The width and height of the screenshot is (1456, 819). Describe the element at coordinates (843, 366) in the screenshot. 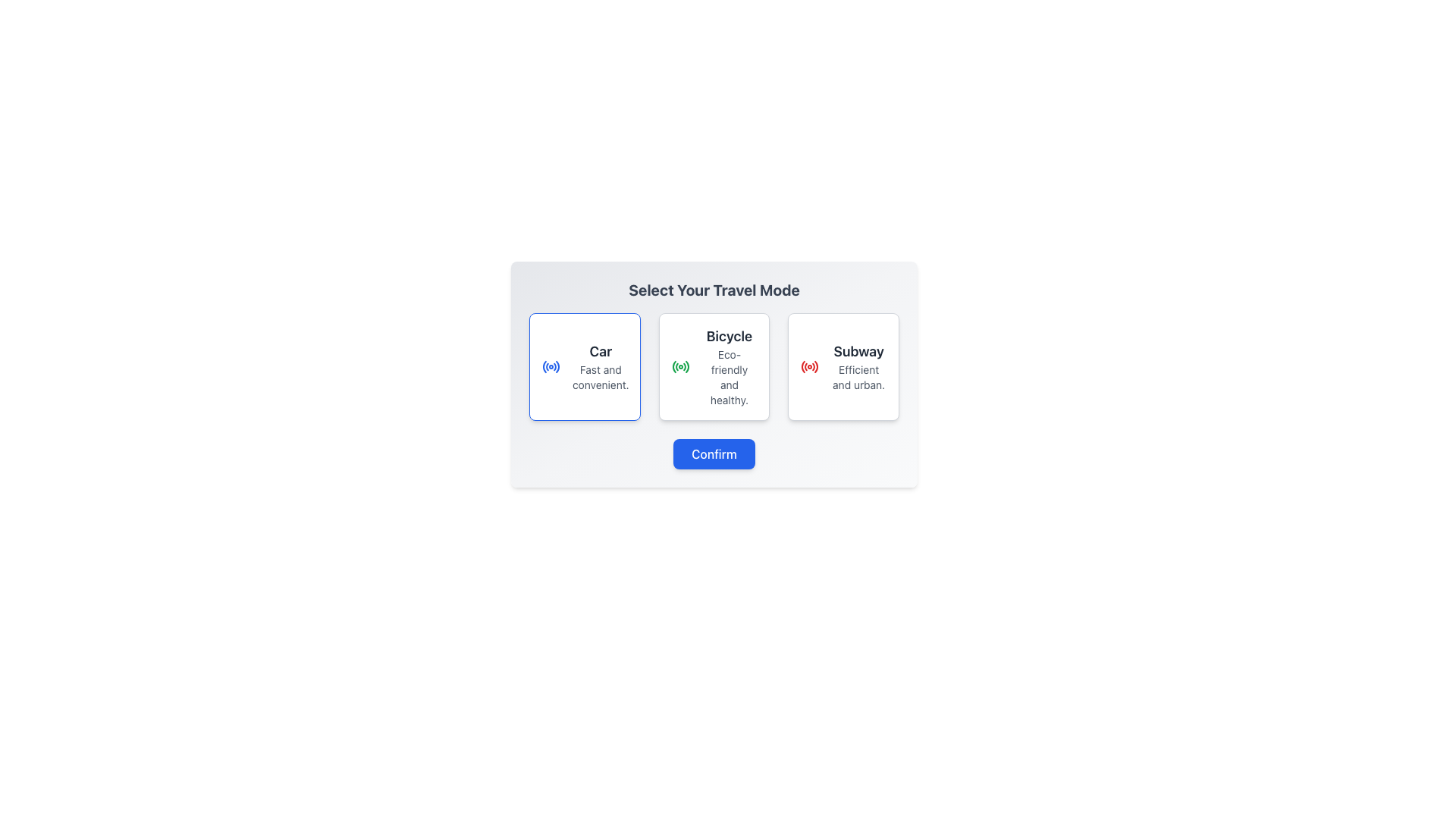

I see `the 'Subway' card in the selection interface to trigger the hover effect` at that location.